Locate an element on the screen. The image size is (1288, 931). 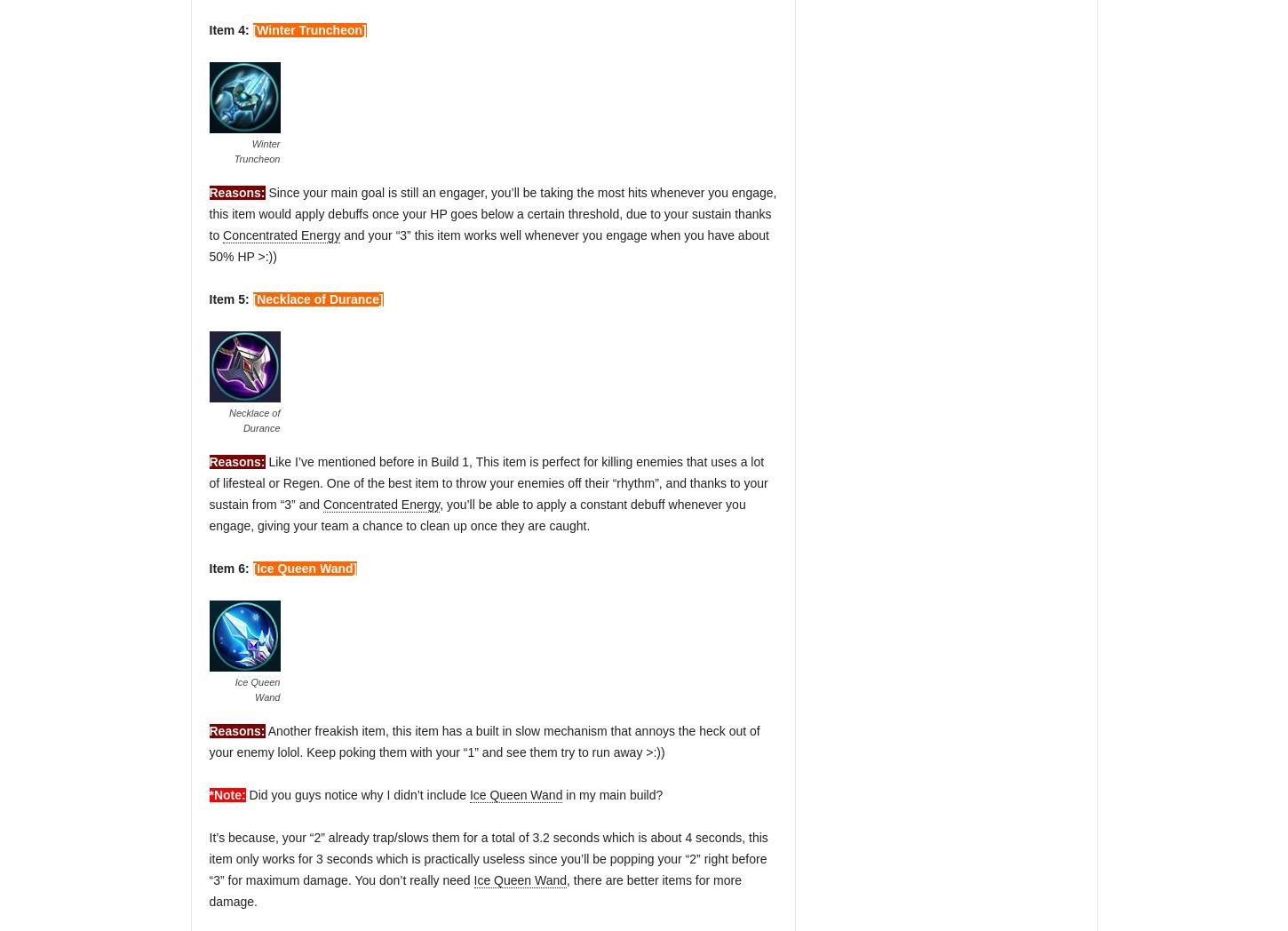
'Another freakish item, this item has a built in slow mechanism that annoys the heck out of your enemy lolol. Keep poking them with your “1” and see them try to run away >:))' is located at coordinates (484, 742).